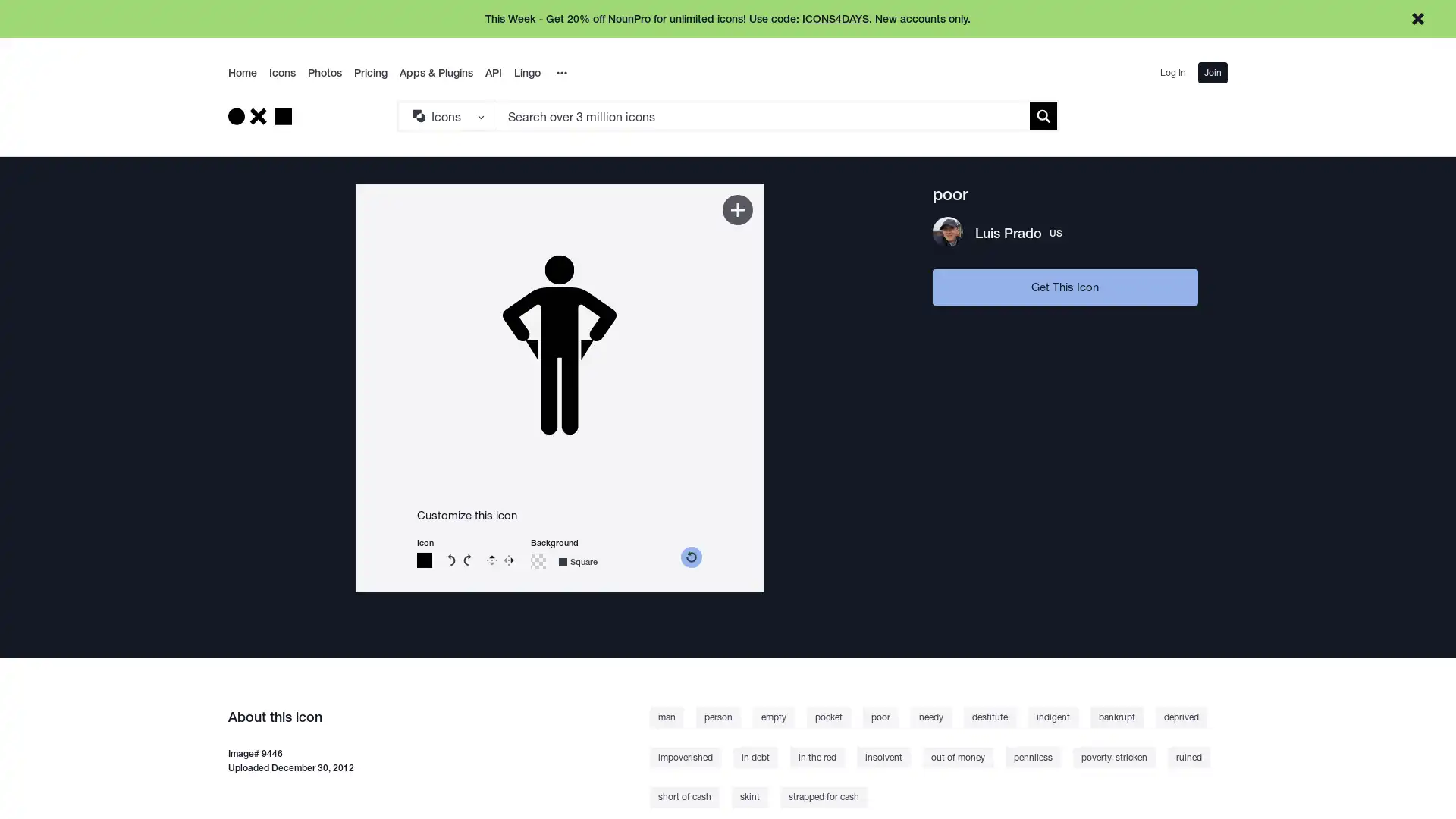 The height and width of the screenshot is (819, 1456). What do you see at coordinates (1212, 73) in the screenshot?
I see `Join` at bounding box center [1212, 73].